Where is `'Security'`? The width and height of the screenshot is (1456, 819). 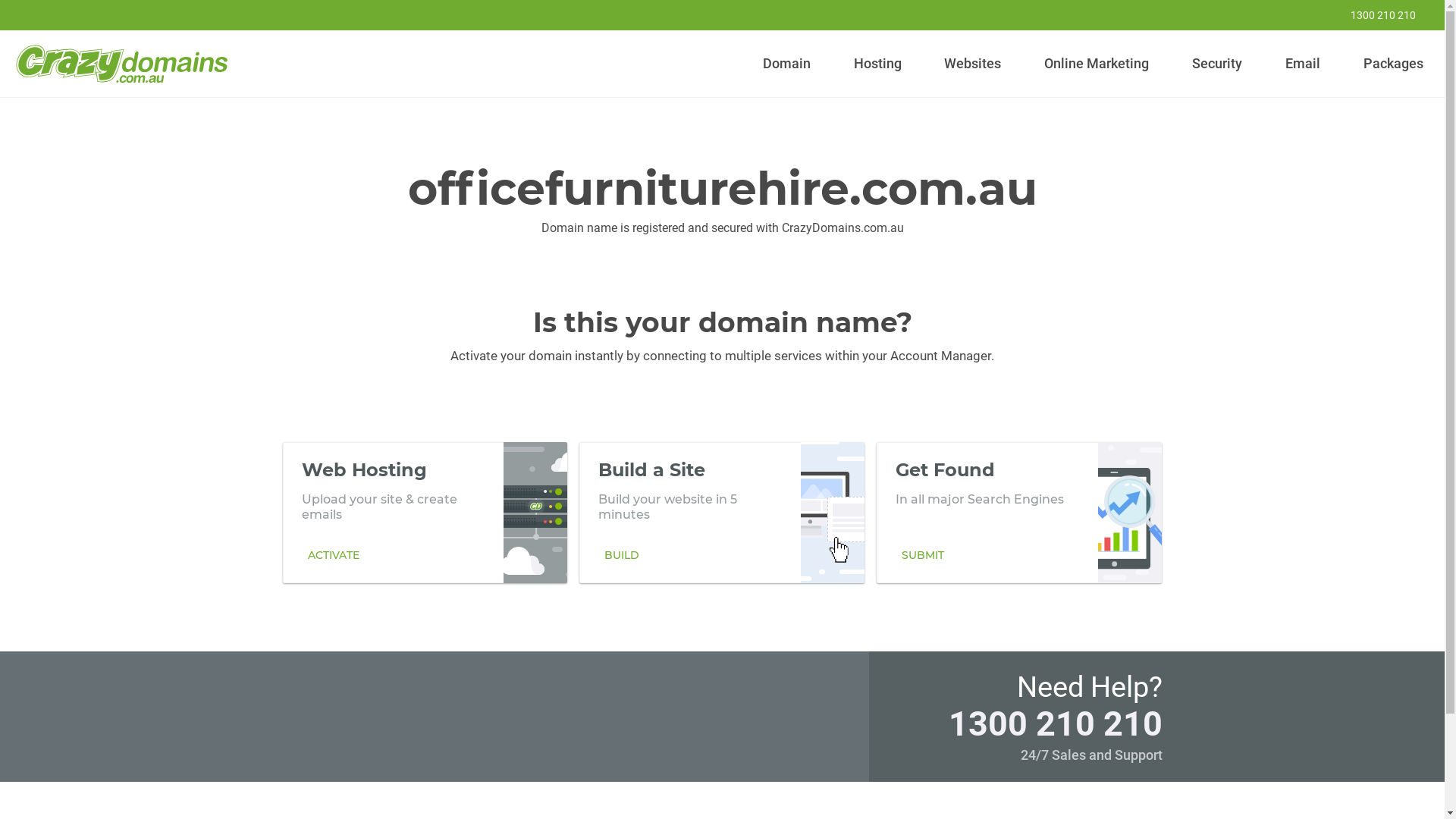 'Security' is located at coordinates (1217, 63).